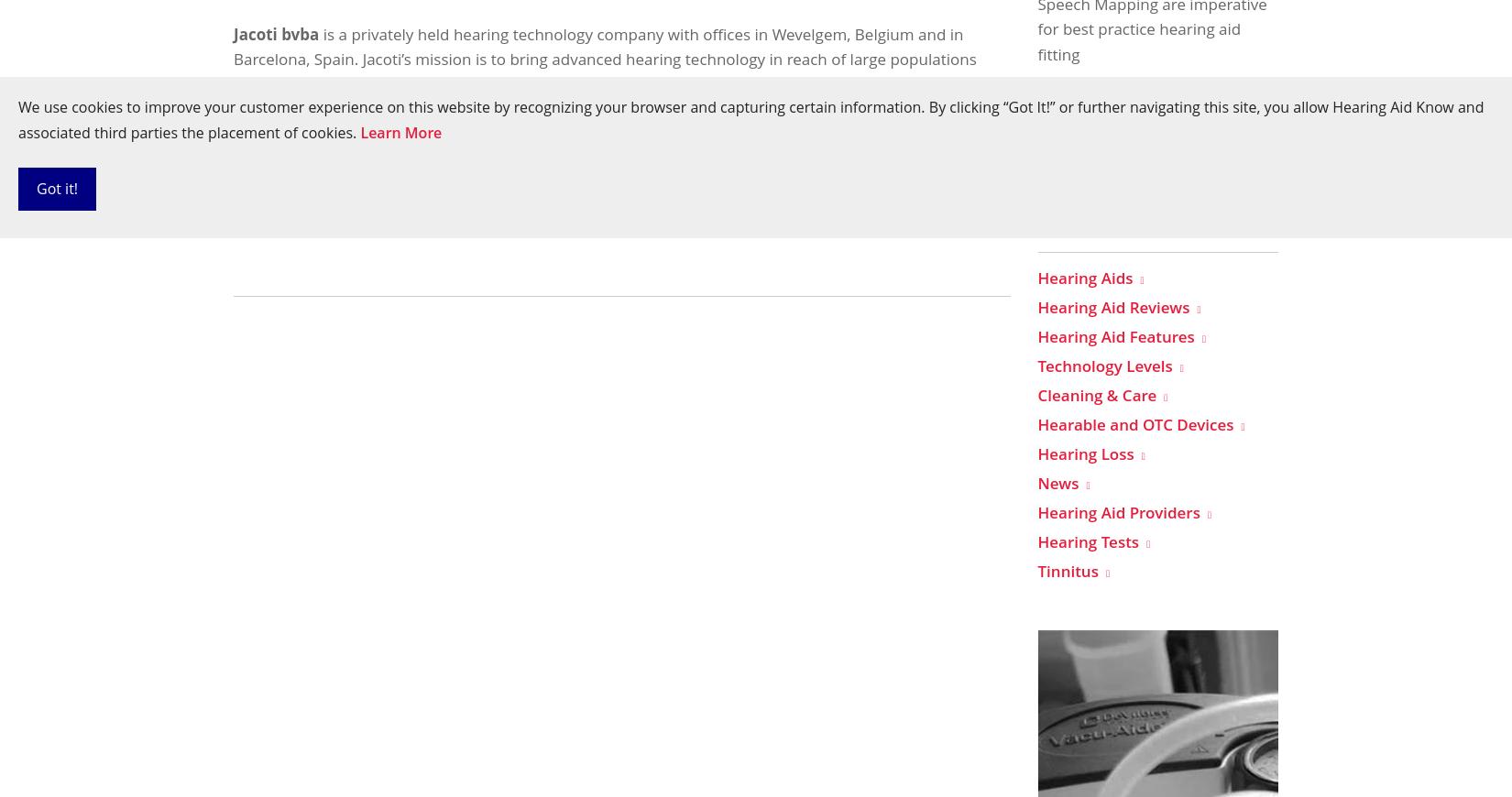 This screenshot has width=1512, height=797. I want to click on 'Hearable and OTC Devices', so click(1037, 422).